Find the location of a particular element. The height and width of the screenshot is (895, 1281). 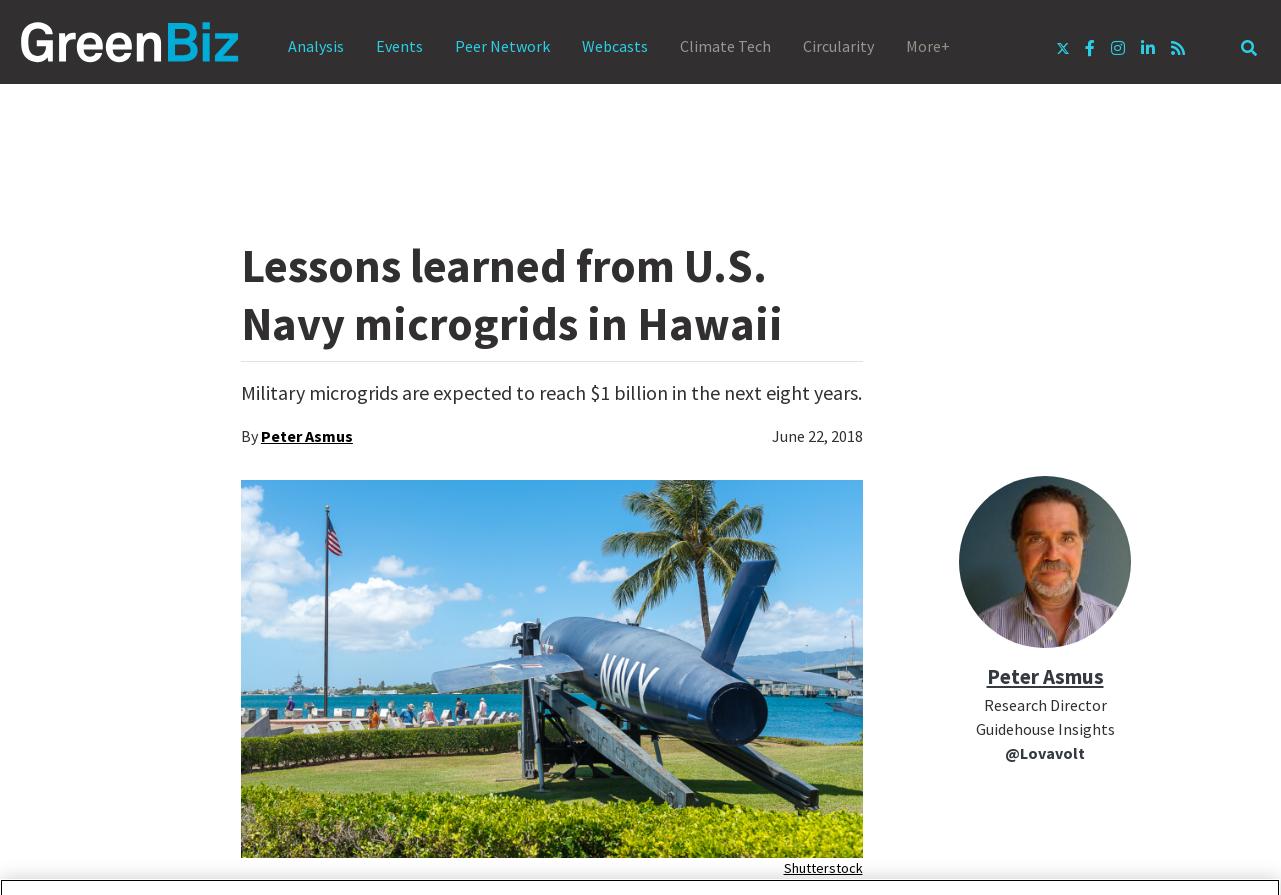

'Close Authorship' is located at coordinates (912, 859).